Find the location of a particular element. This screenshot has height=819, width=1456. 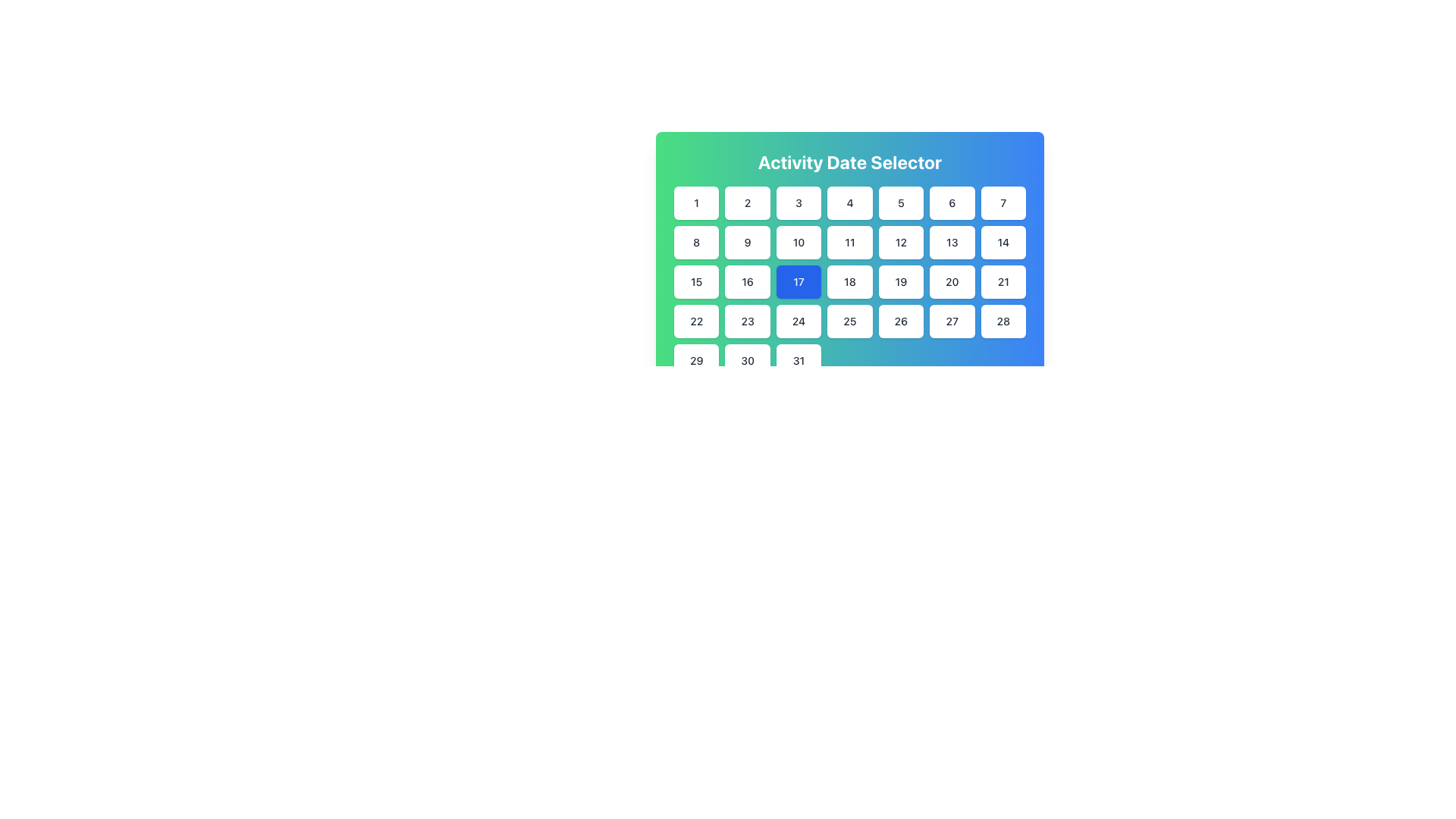

the button located in the fourth row and third column of the calendar grid is located at coordinates (798, 321).